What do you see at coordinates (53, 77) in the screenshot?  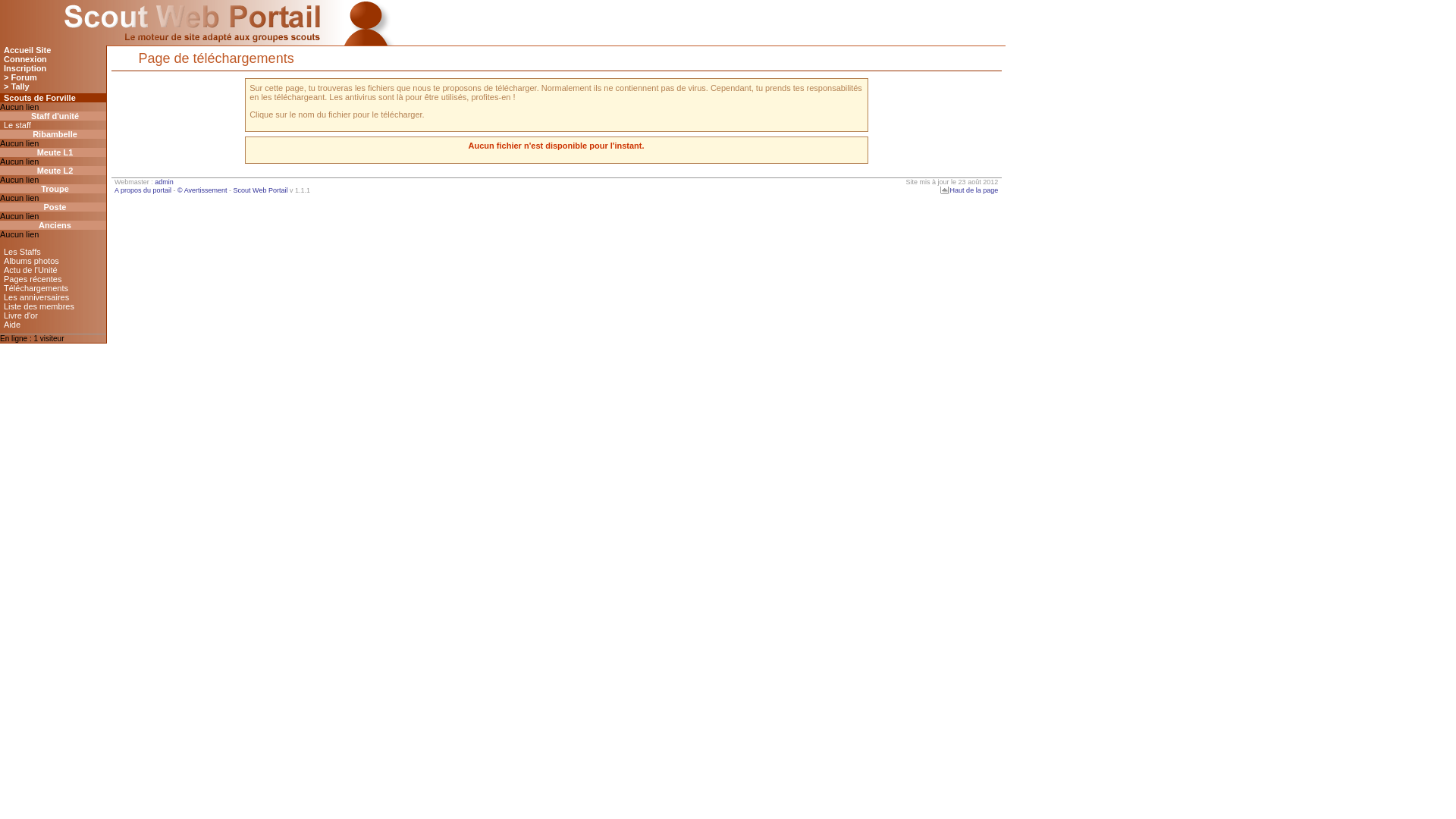 I see `'Forum'` at bounding box center [53, 77].